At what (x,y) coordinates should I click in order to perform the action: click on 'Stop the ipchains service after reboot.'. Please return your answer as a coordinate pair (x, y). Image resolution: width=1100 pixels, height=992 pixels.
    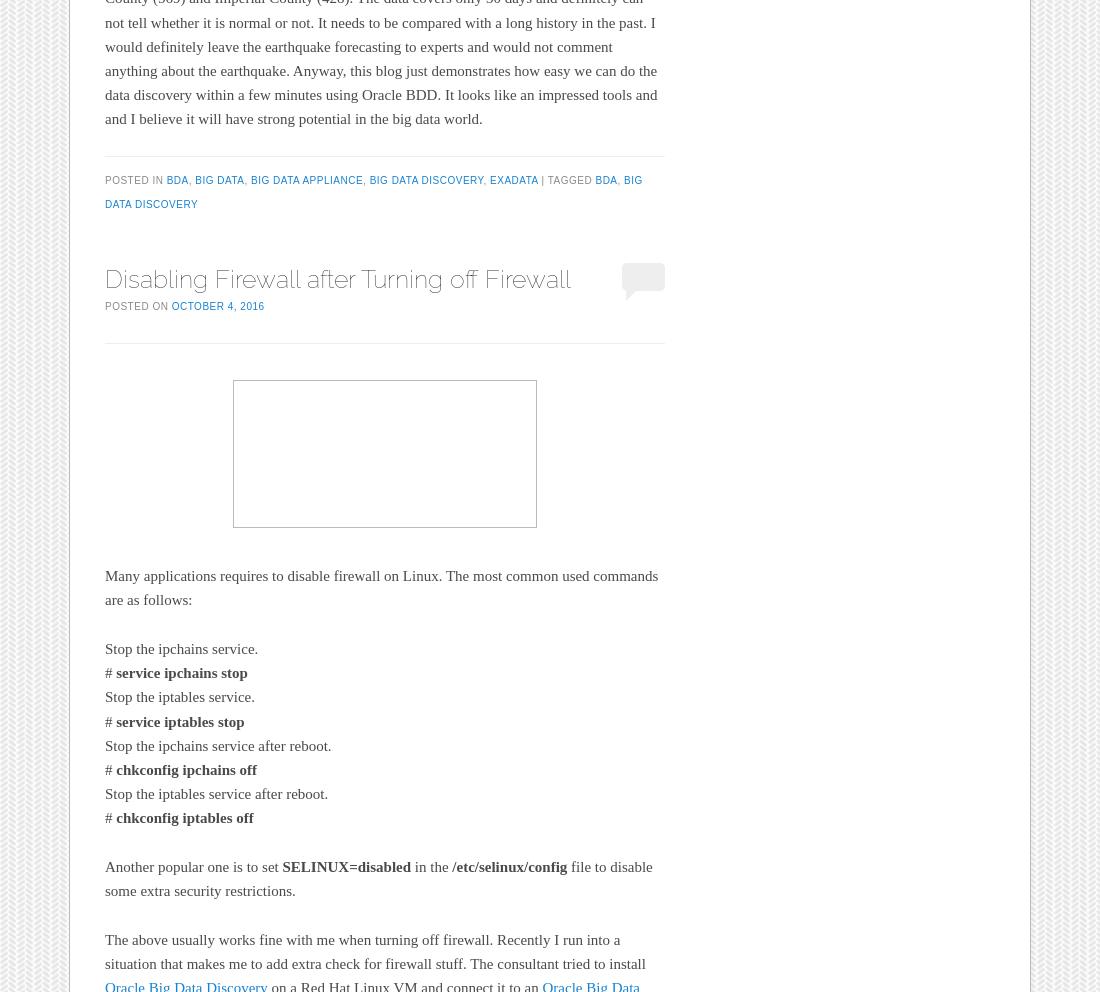
    Looking at the image, I should click on (218, 744).